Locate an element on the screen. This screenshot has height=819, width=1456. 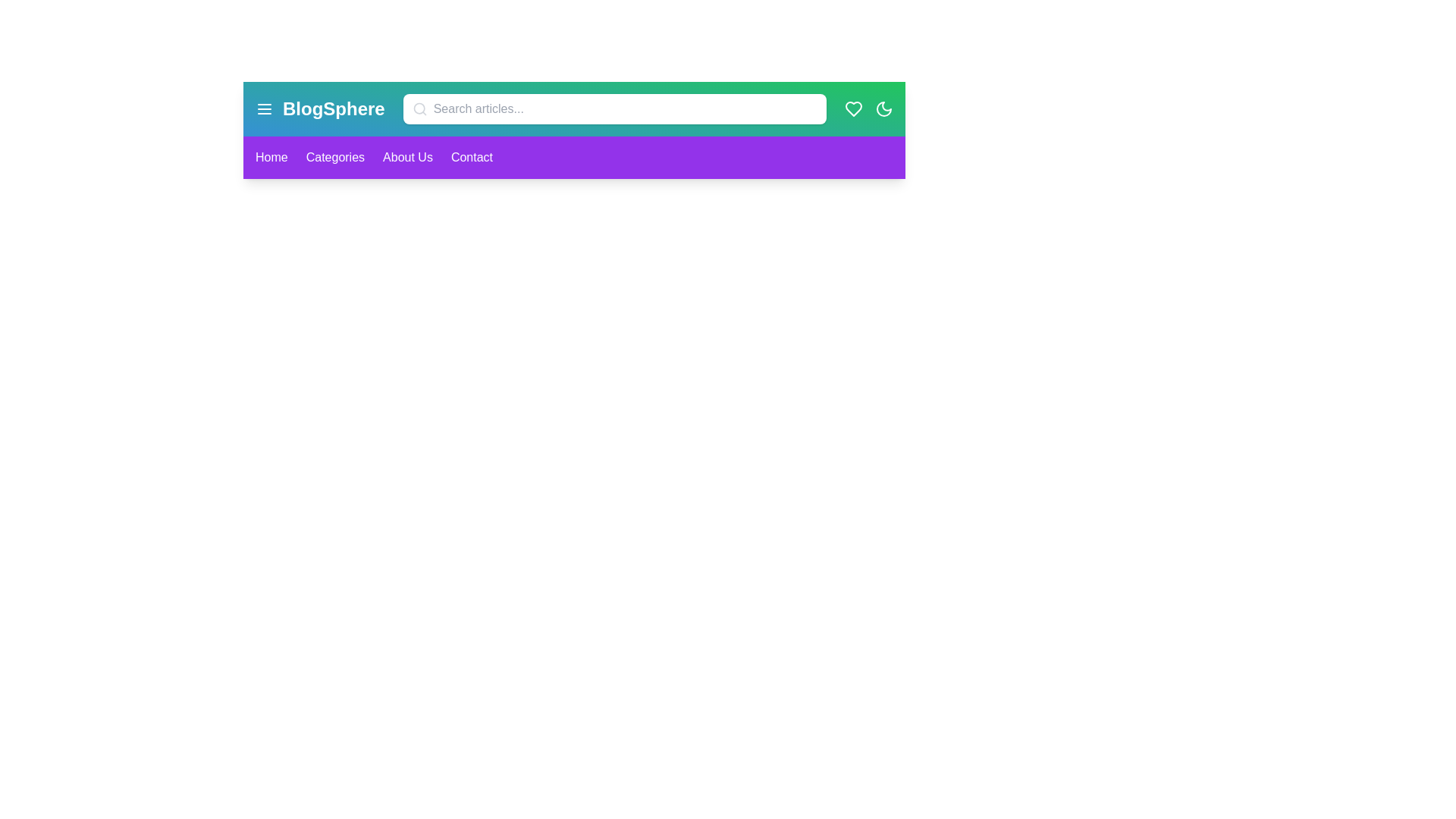
'Heart' button to mark or unmark a favorite is located at coordinates (854, 108).